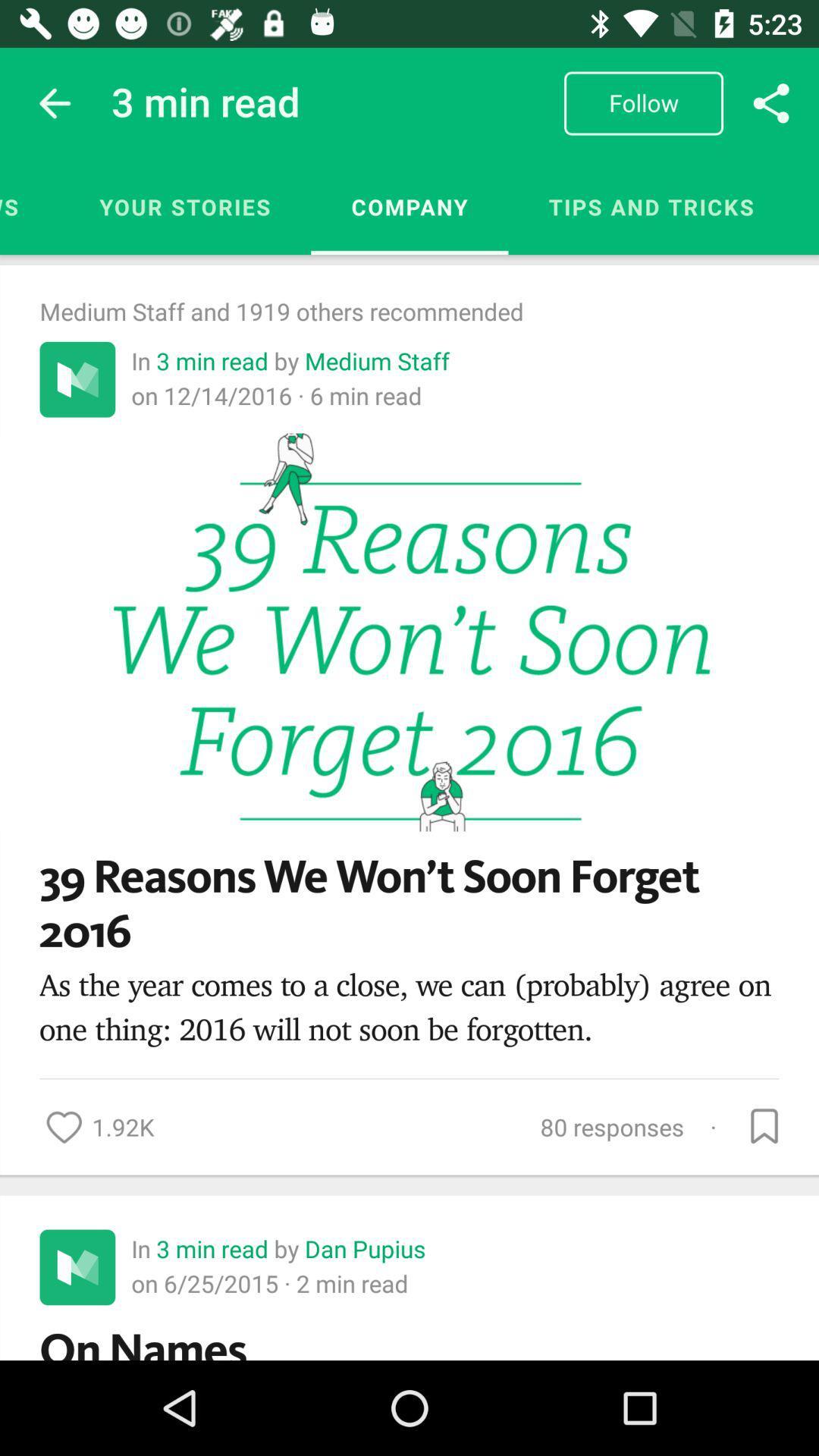 Image resolution: width=819 pixels, height=1456 pixels. I want to click on the green icon which is at the bottom left corner of the page, so click(77, 1267).